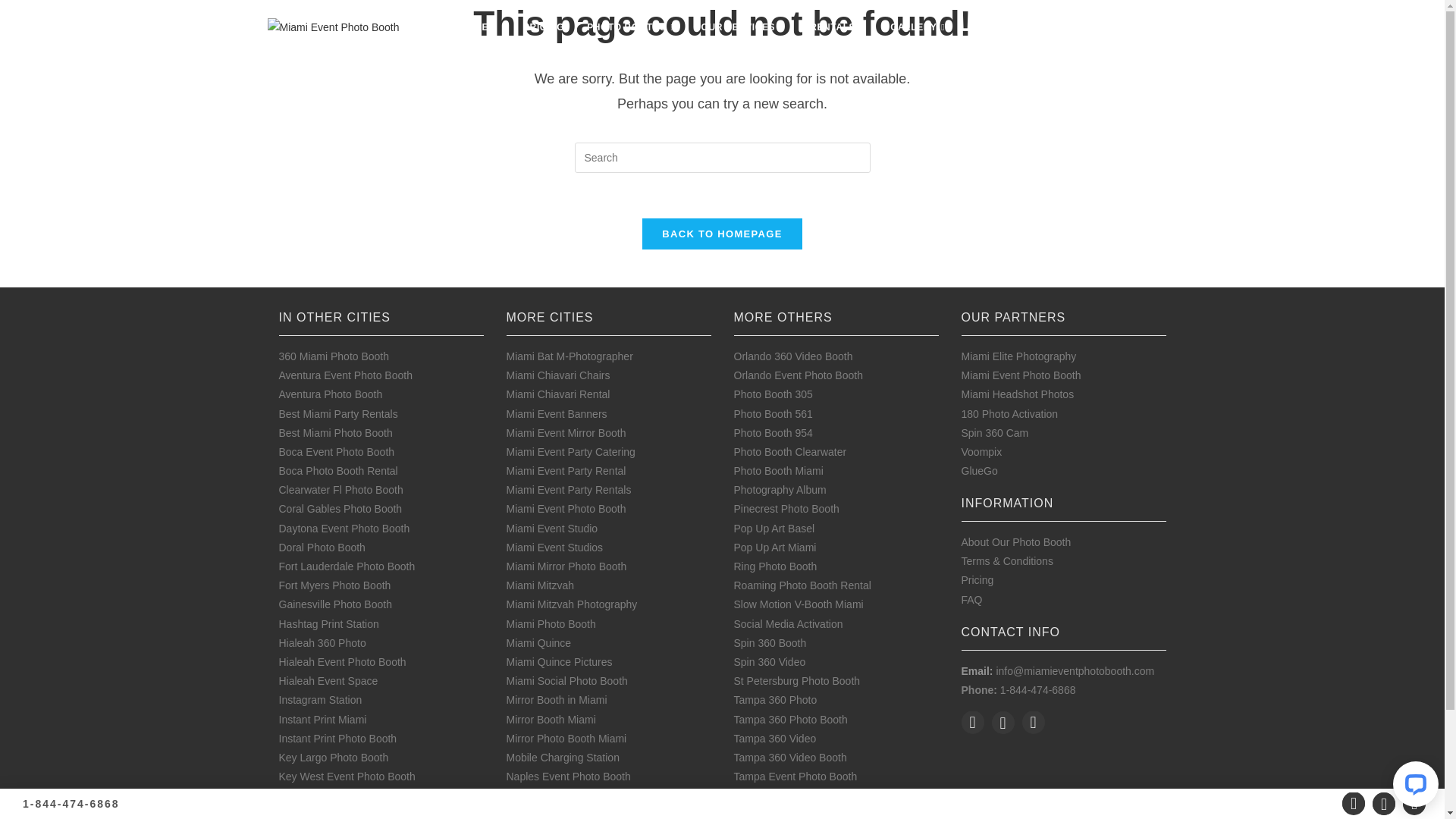 This screenshot has height=819, width=1456. What do you see at coordinates (71, 803) in the screenshot?
I see `'1-844-474-6868'` at bounding box center [71, 803].